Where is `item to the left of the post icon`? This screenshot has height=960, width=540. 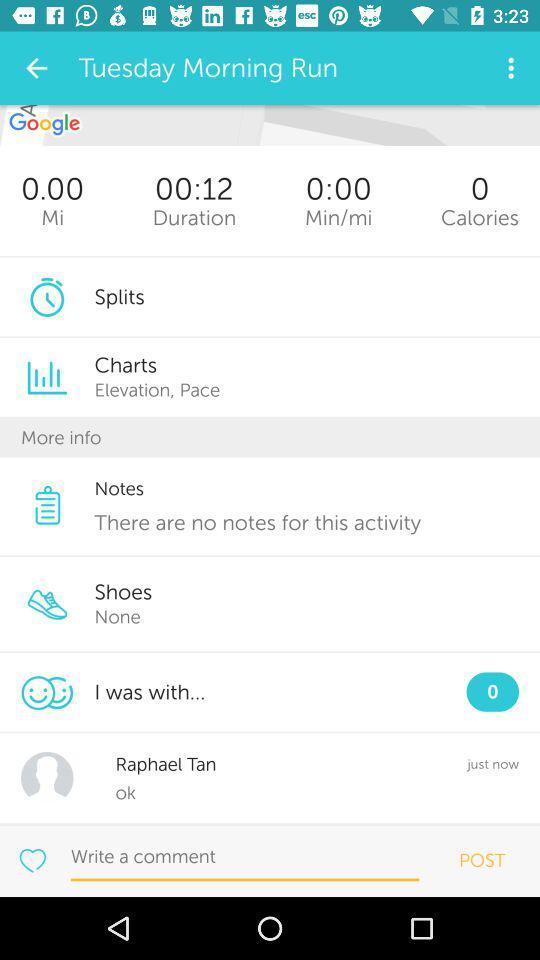 item to the left of the post icon is located at coordinates (245, 856).